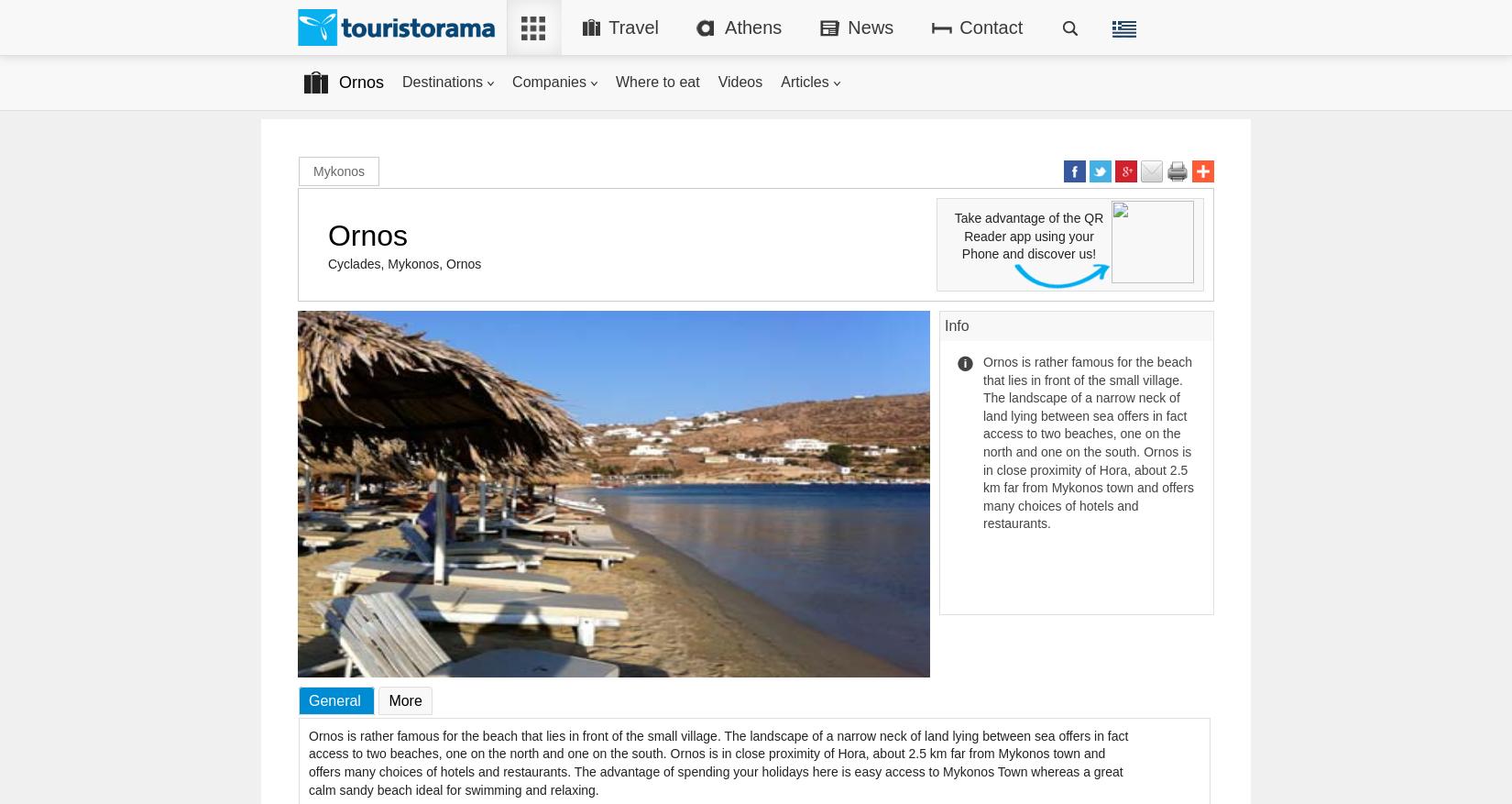  What do you see at coordinates (353, 264) in the screenshot?
I see `'Cyclades'` at bounding box center [353, 264].